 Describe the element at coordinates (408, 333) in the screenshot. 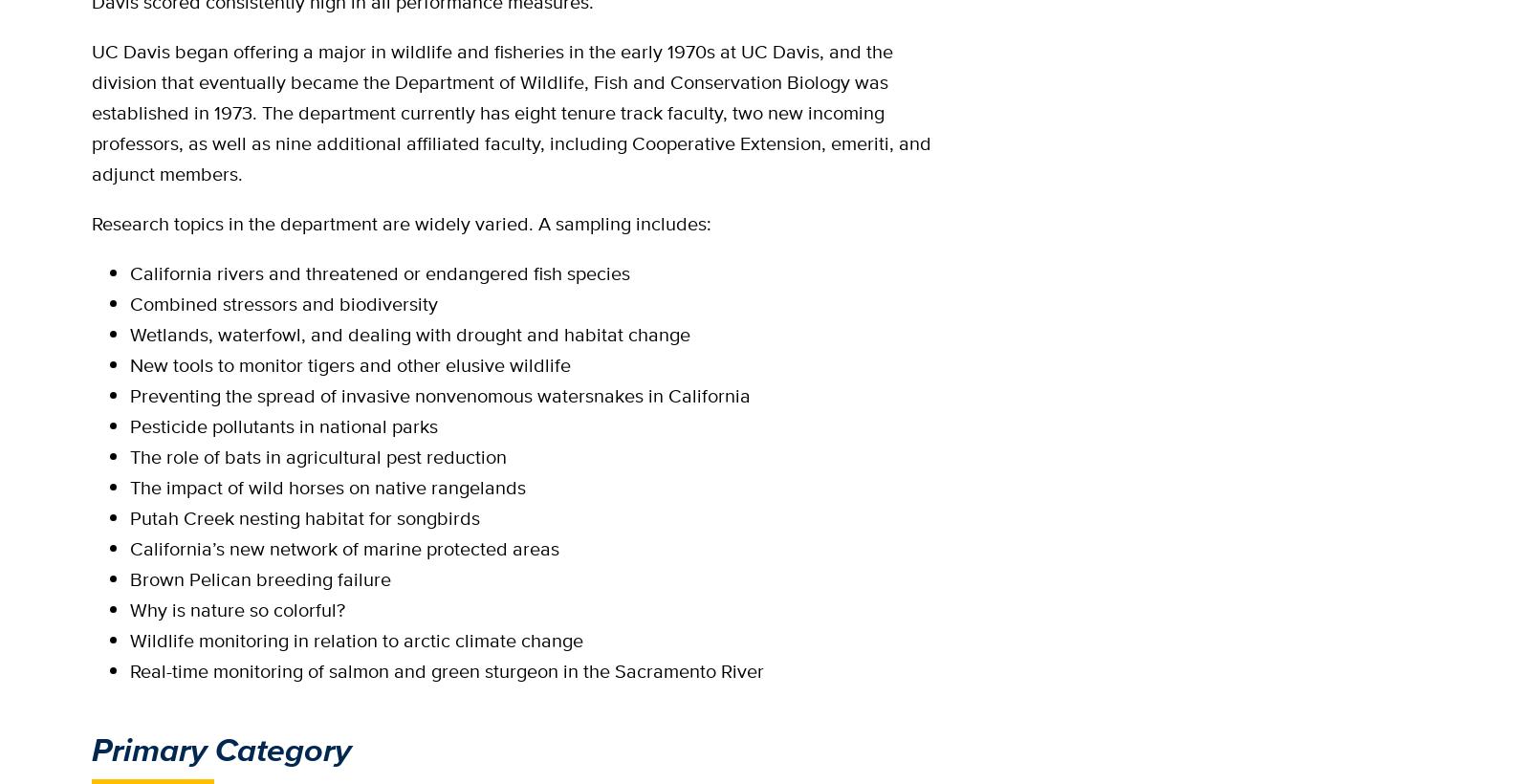

I see `'Wetlands, waterfowl, and dealing with drought and habitat change'` at that location.